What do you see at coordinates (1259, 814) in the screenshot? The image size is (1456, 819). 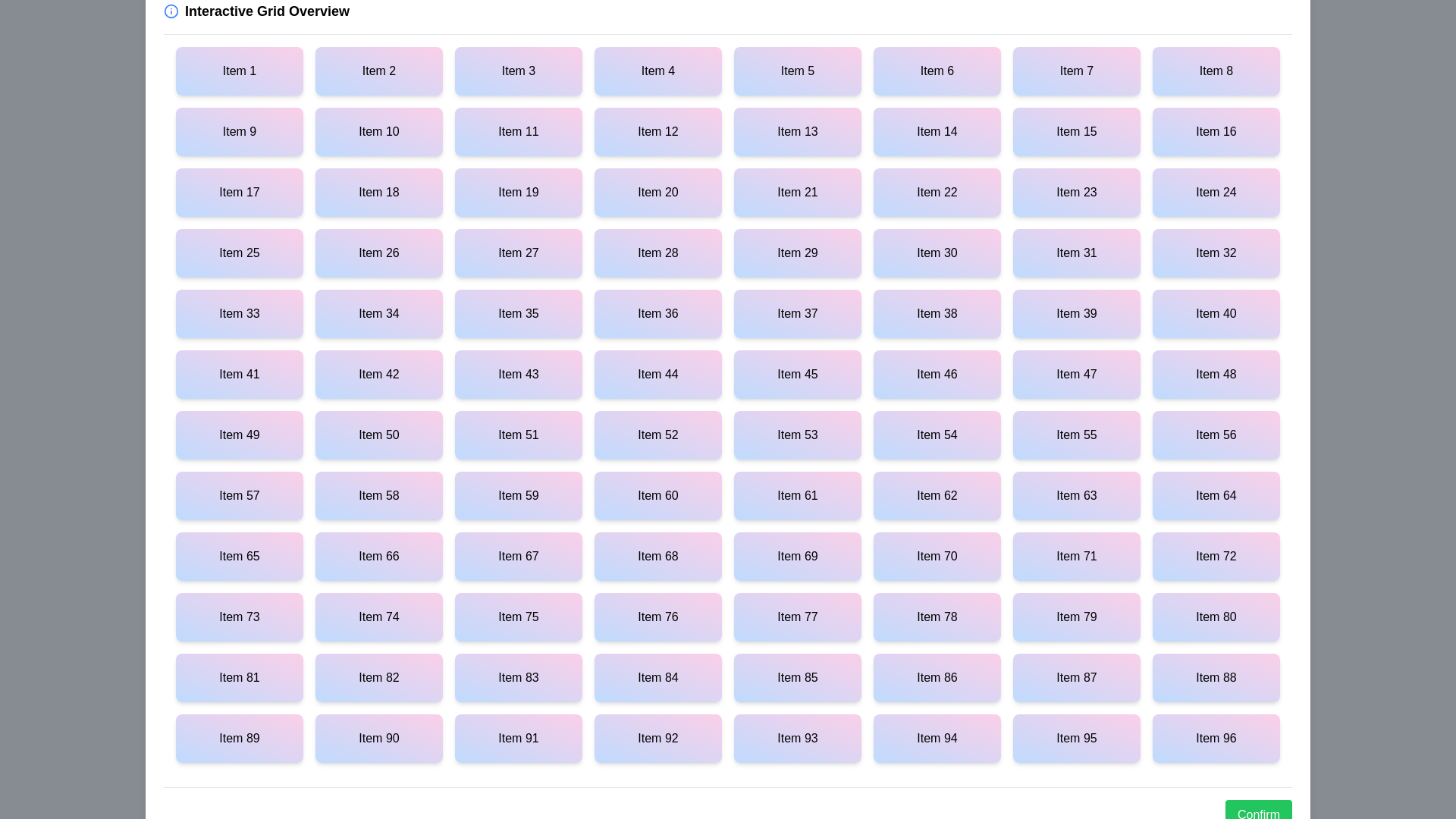 I see `the 'Confirm' button to save the interactions` at bounding box center [1259, 814].